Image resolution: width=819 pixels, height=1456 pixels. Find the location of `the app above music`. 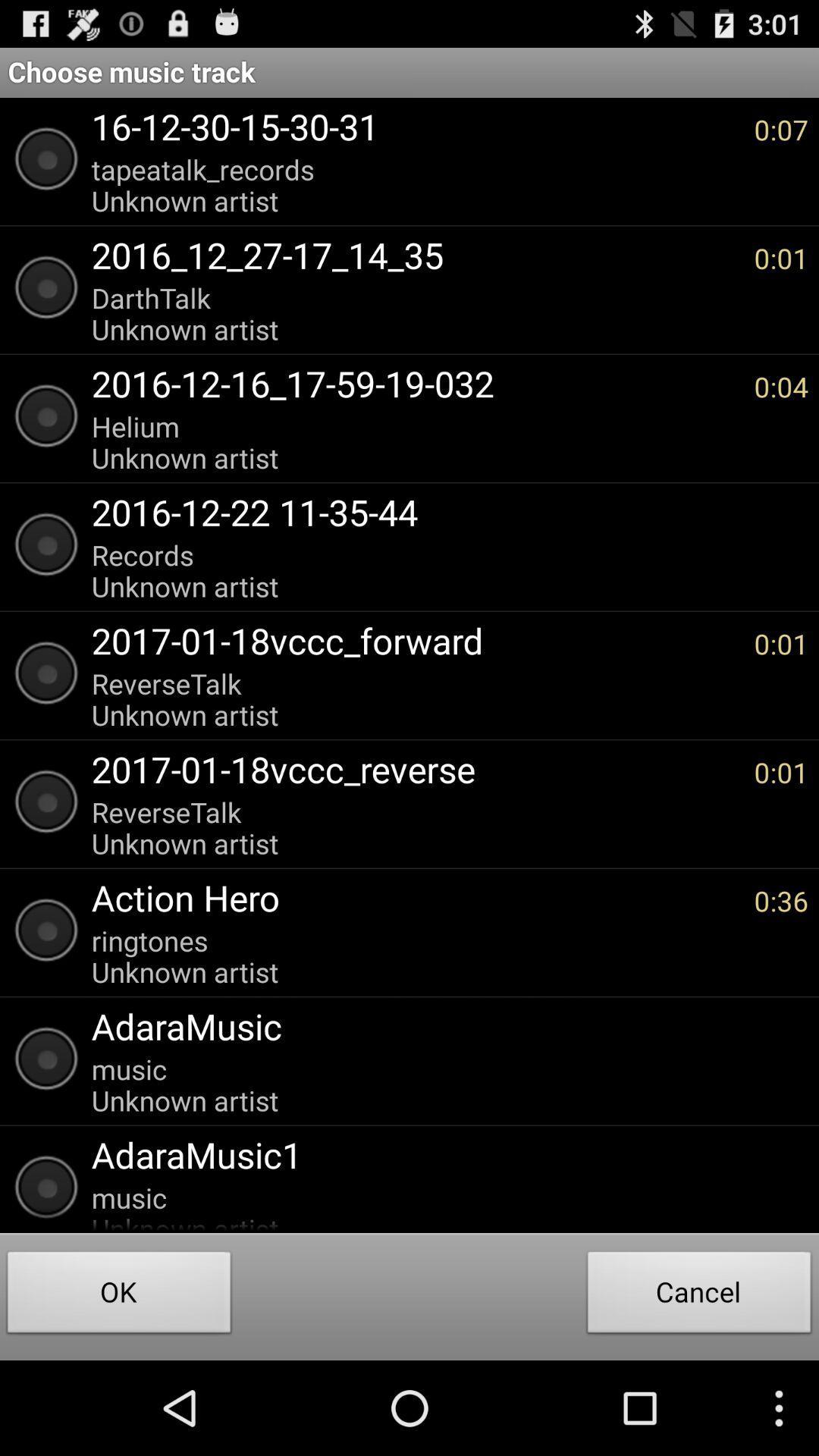

the app above music is located at coordinates (442, 1026).